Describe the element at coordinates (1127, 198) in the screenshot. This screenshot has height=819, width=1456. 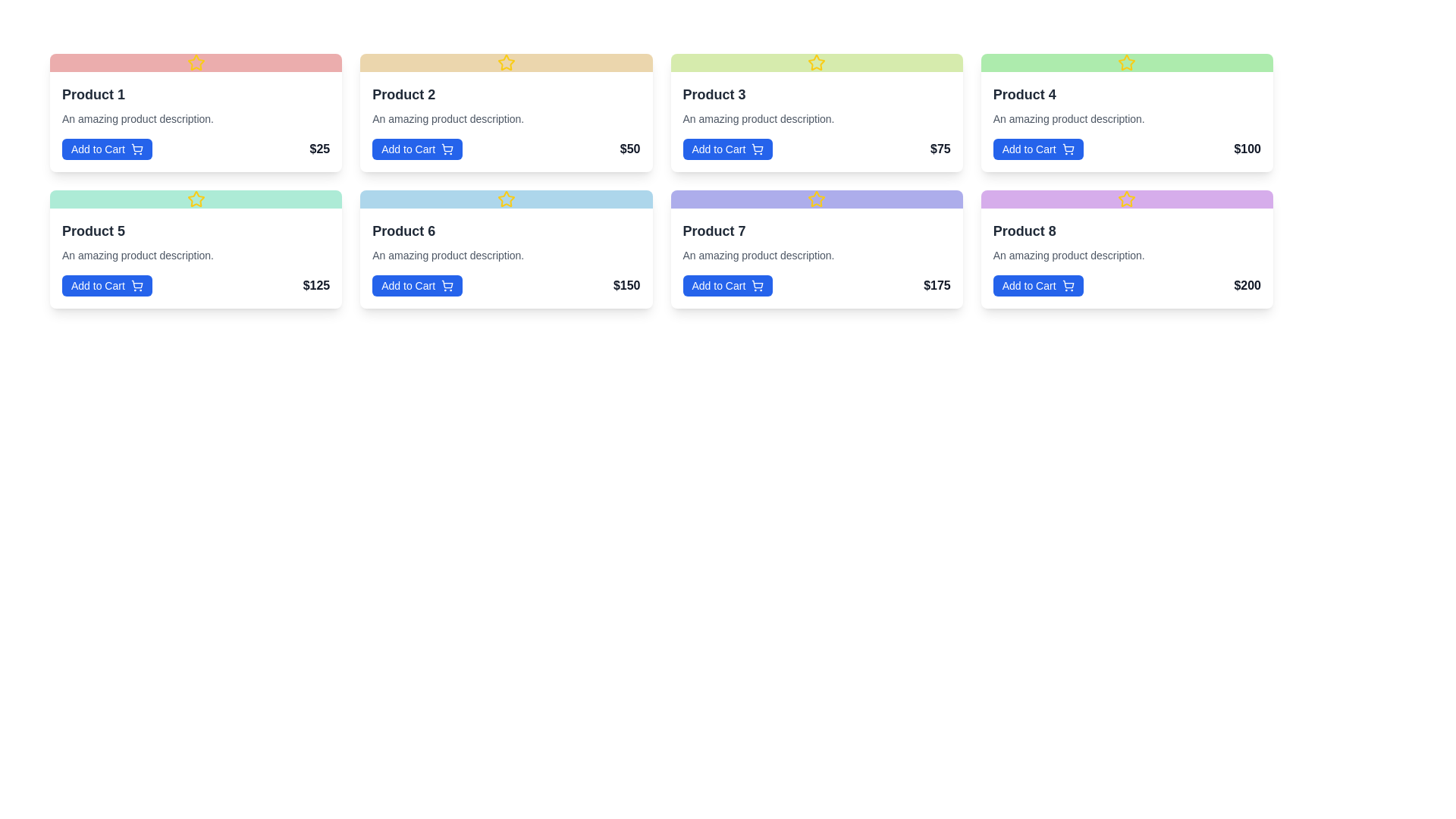
I see `the star icon located at the top of the 'Product 8' card in the fourth column of the second row within the grid of product cards` at that location.